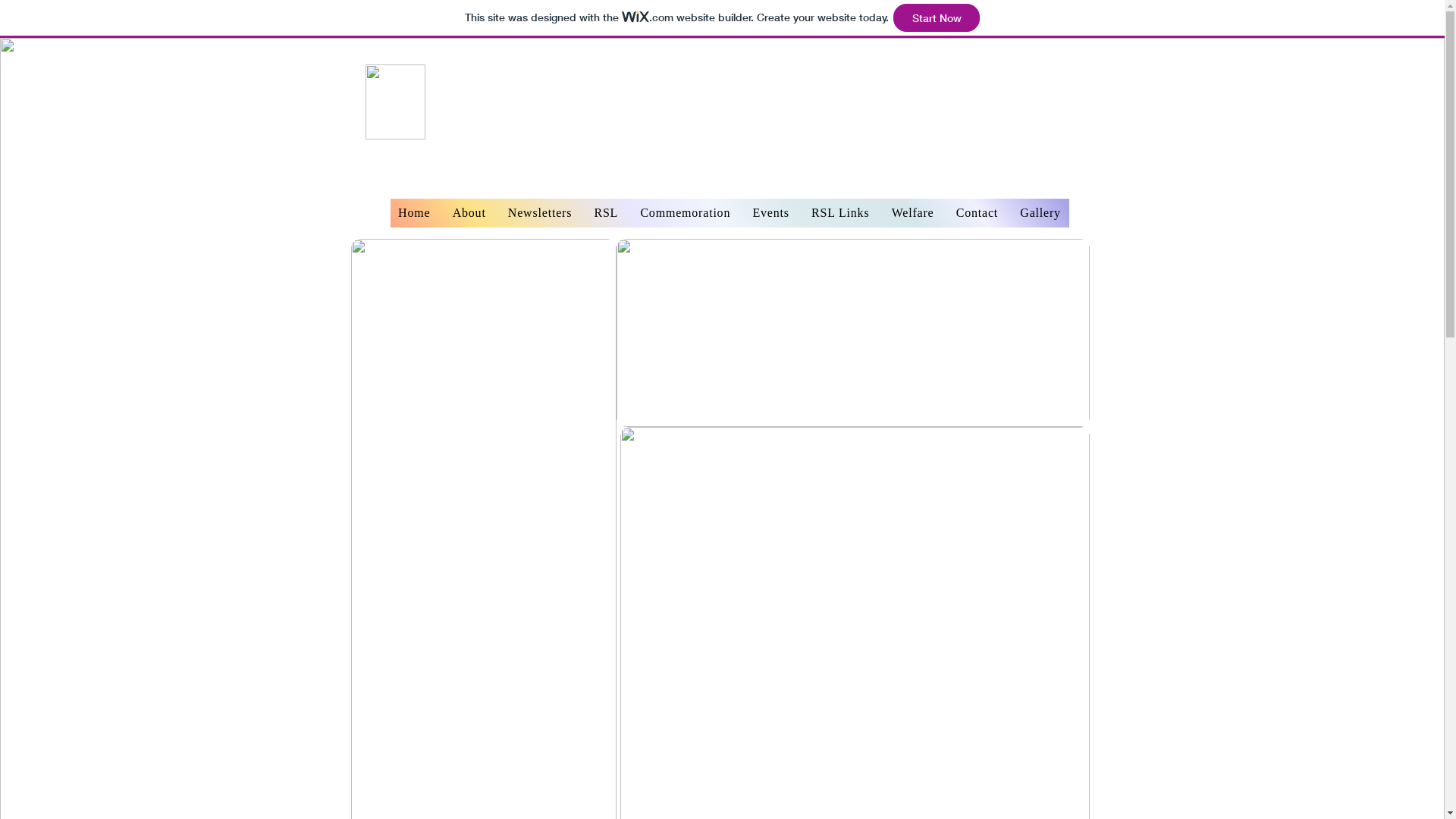 The width and height of the screenshot is (1456, 819). Describe the element at coordinates (539, 213) in the screenshot. I see `'Newsletters'` at that location.